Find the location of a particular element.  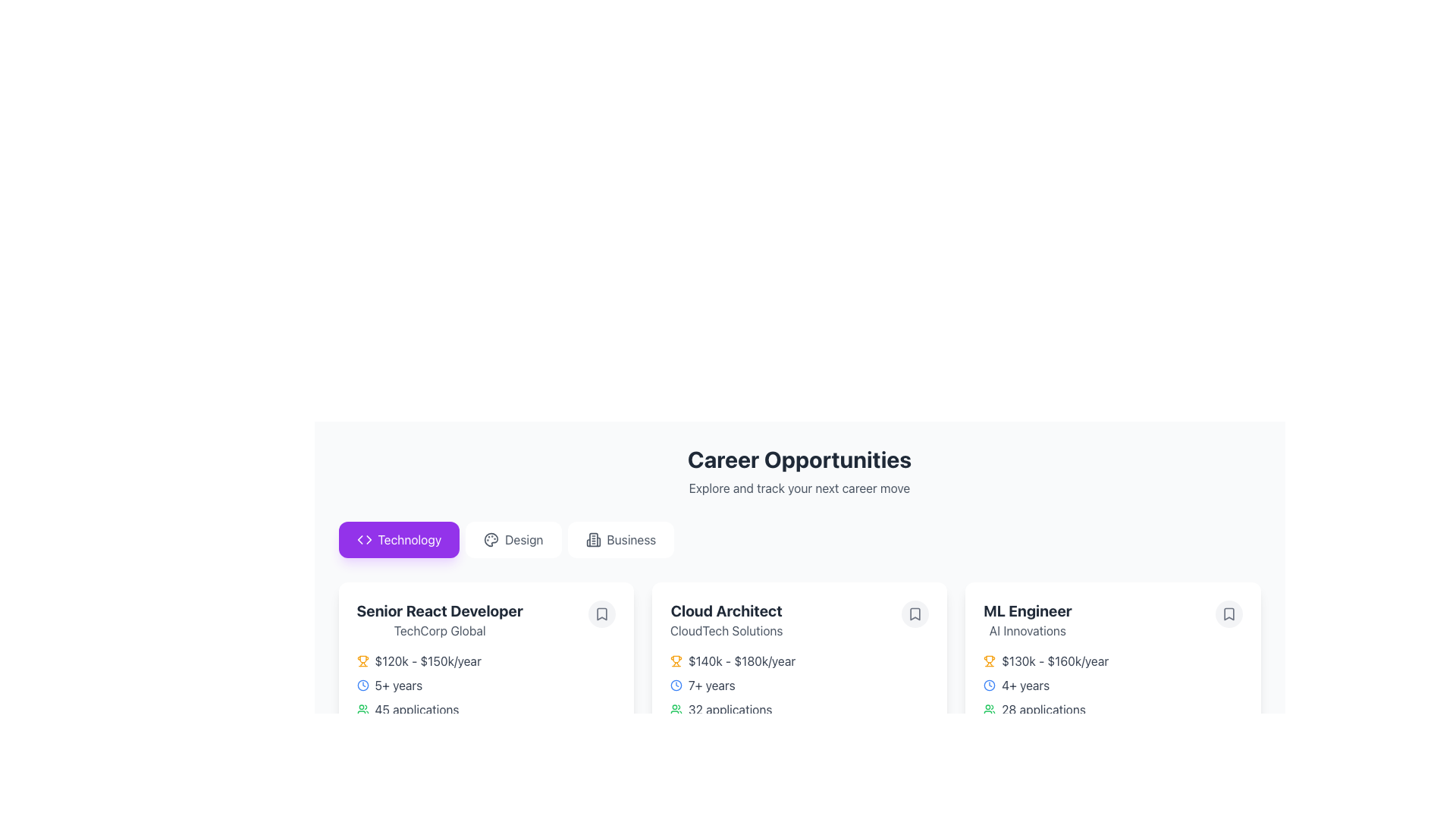

the blue clock SVG icon that indicates experience requirements for the job listing 'ML Engineer', located to the left of the text '4+ years' is located at coordinates (990, 685).